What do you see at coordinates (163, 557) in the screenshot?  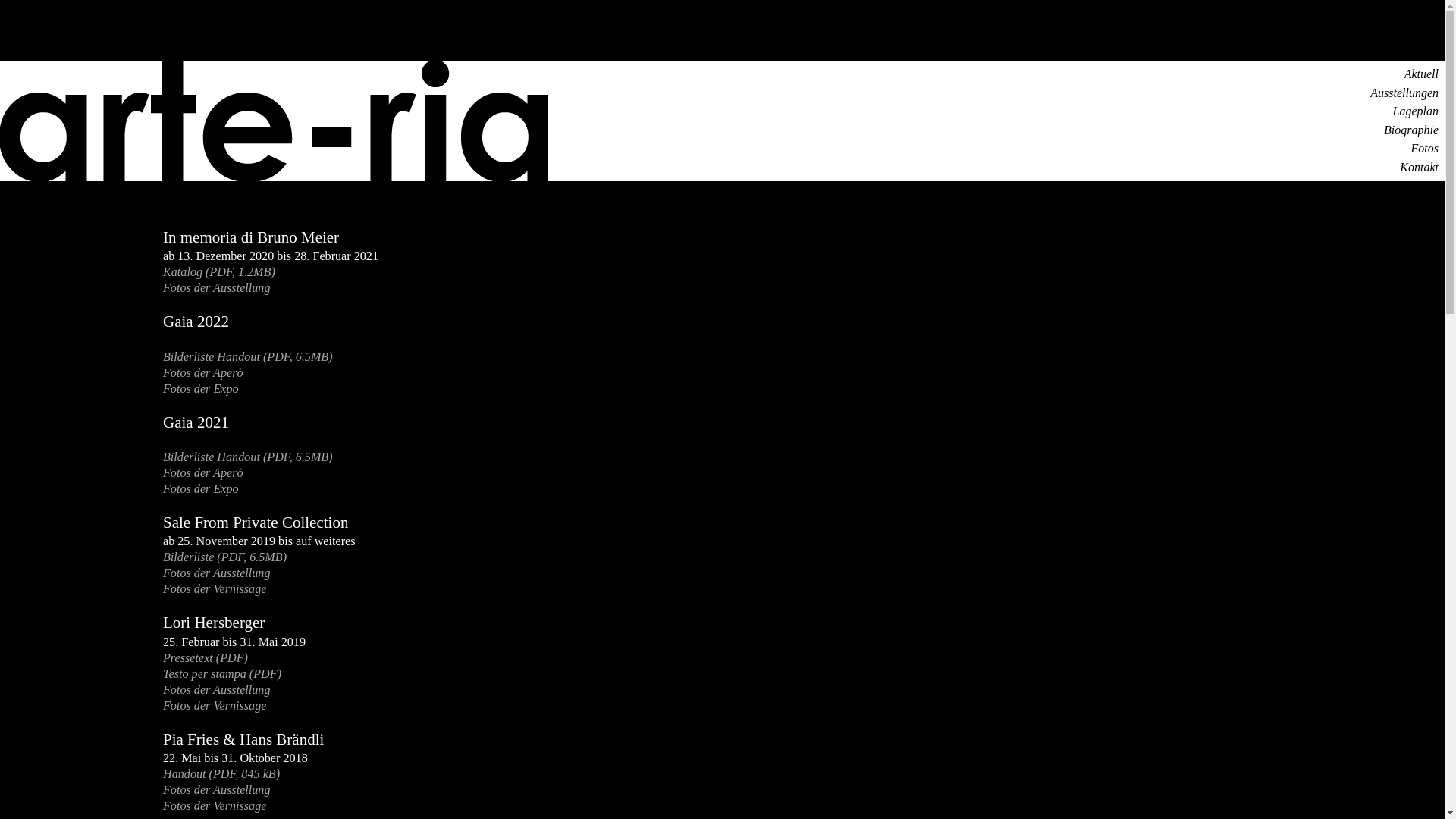 I see `'Bilderliste (PDF, 6.5MB)'` at bounding box center [163, 557].